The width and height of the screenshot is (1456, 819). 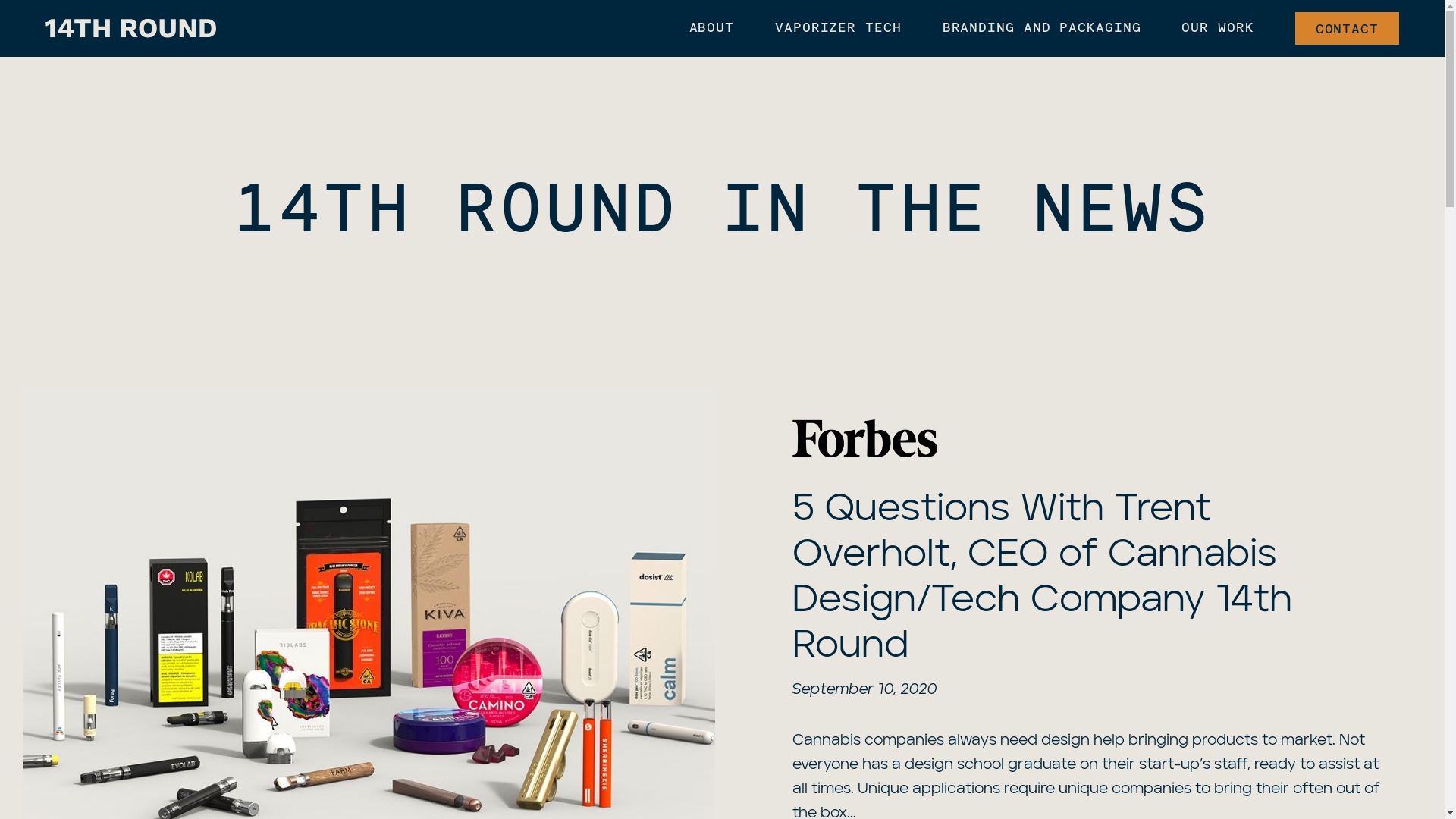 What do you see at coordinates (1347, 28) in the screenshot?
I see `'CONTACT'` at bounding box center [1347, 28].